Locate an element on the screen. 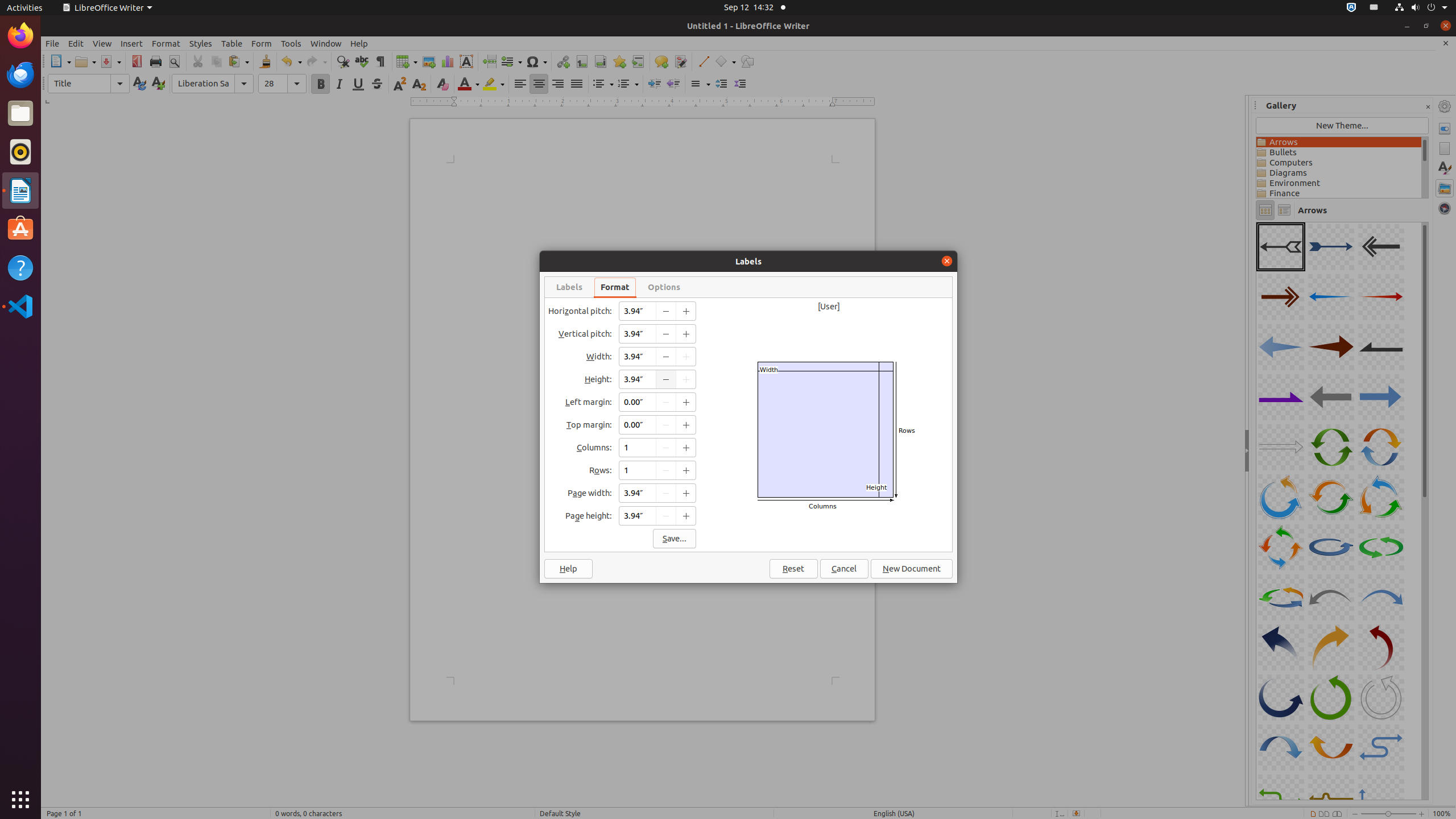 The width and height of the screenshot is (1456, 819). ':1.21/StatusNotifierItem' is located at coordinates (1373, 7).